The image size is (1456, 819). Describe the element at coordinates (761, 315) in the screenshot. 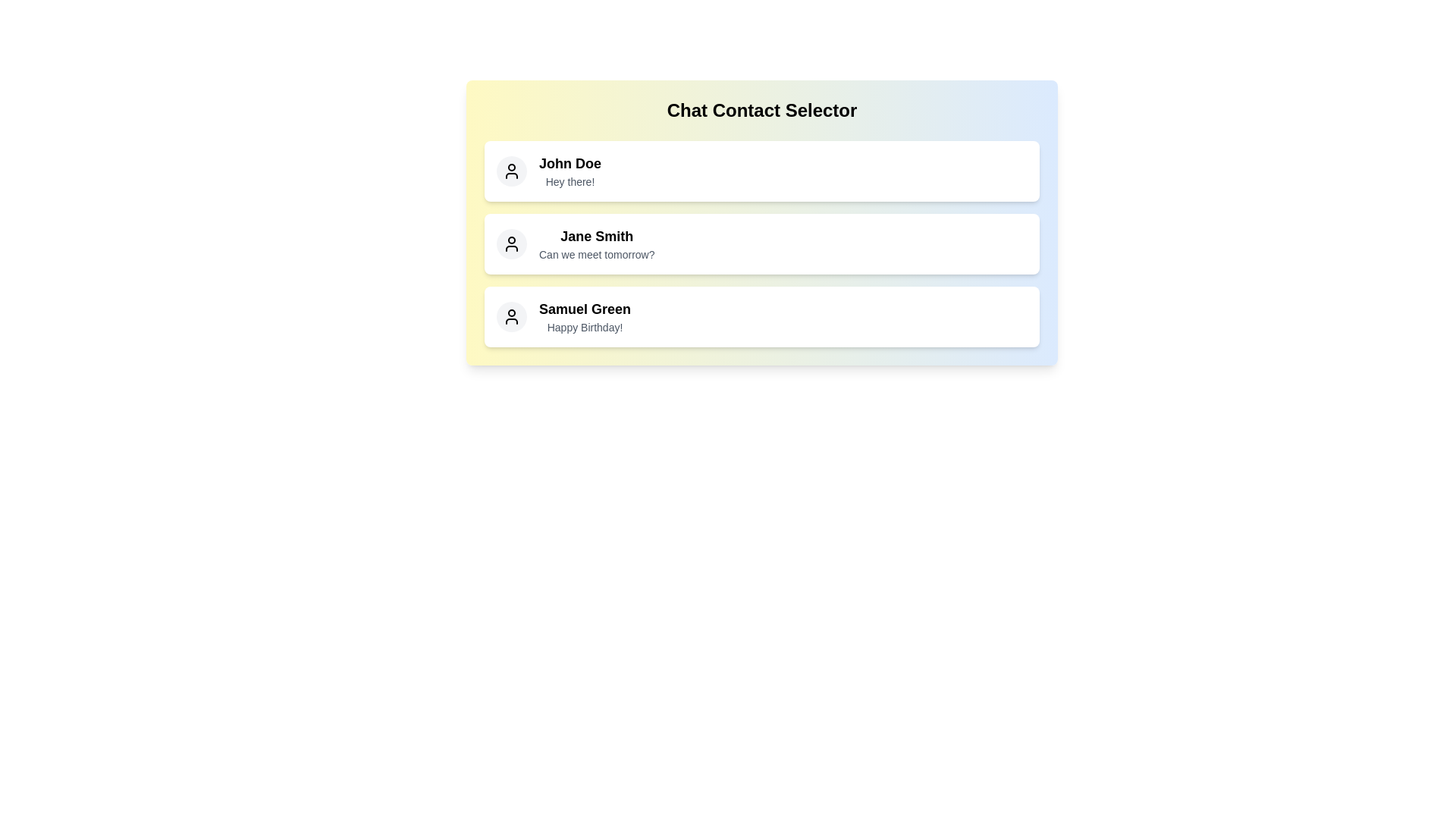

I see `the contact named Samuel Green to select it` at that location.